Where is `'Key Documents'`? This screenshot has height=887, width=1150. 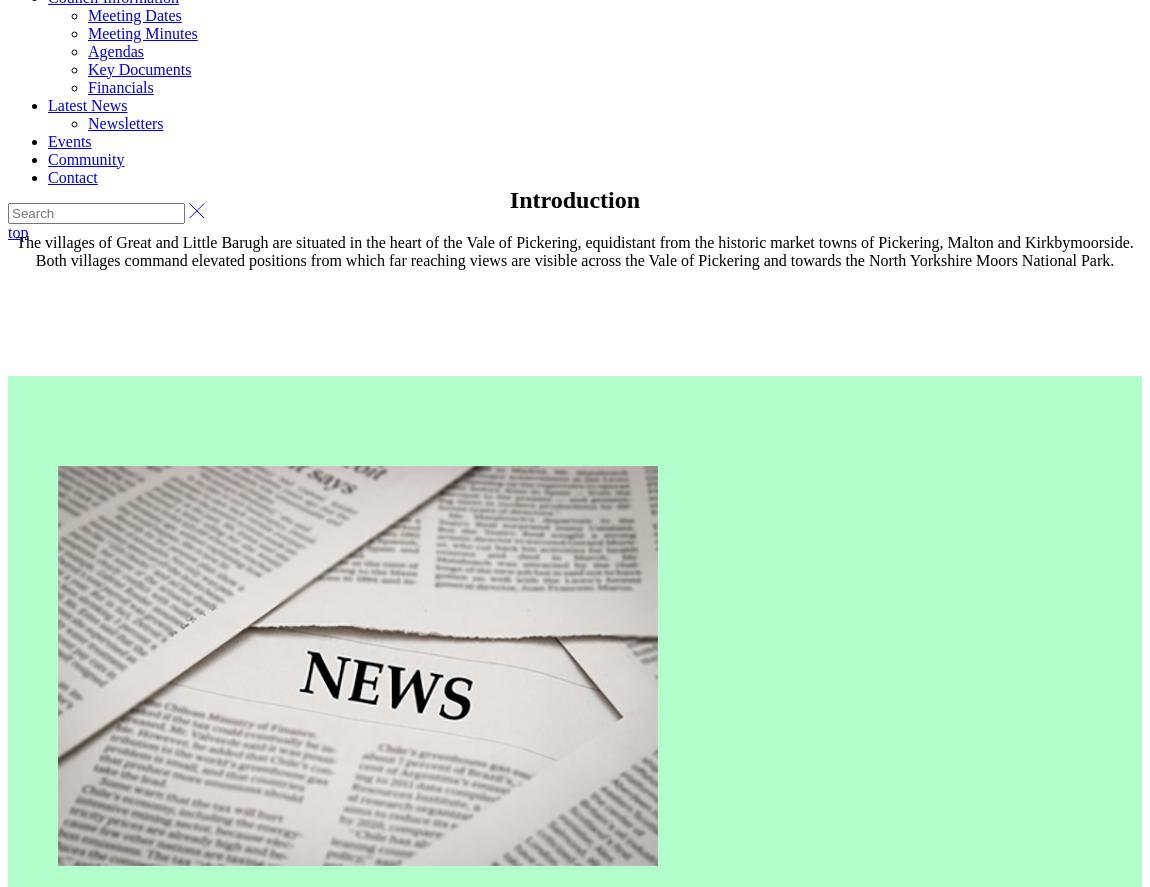 'Key Documents' is located at coordinates (138, 67).